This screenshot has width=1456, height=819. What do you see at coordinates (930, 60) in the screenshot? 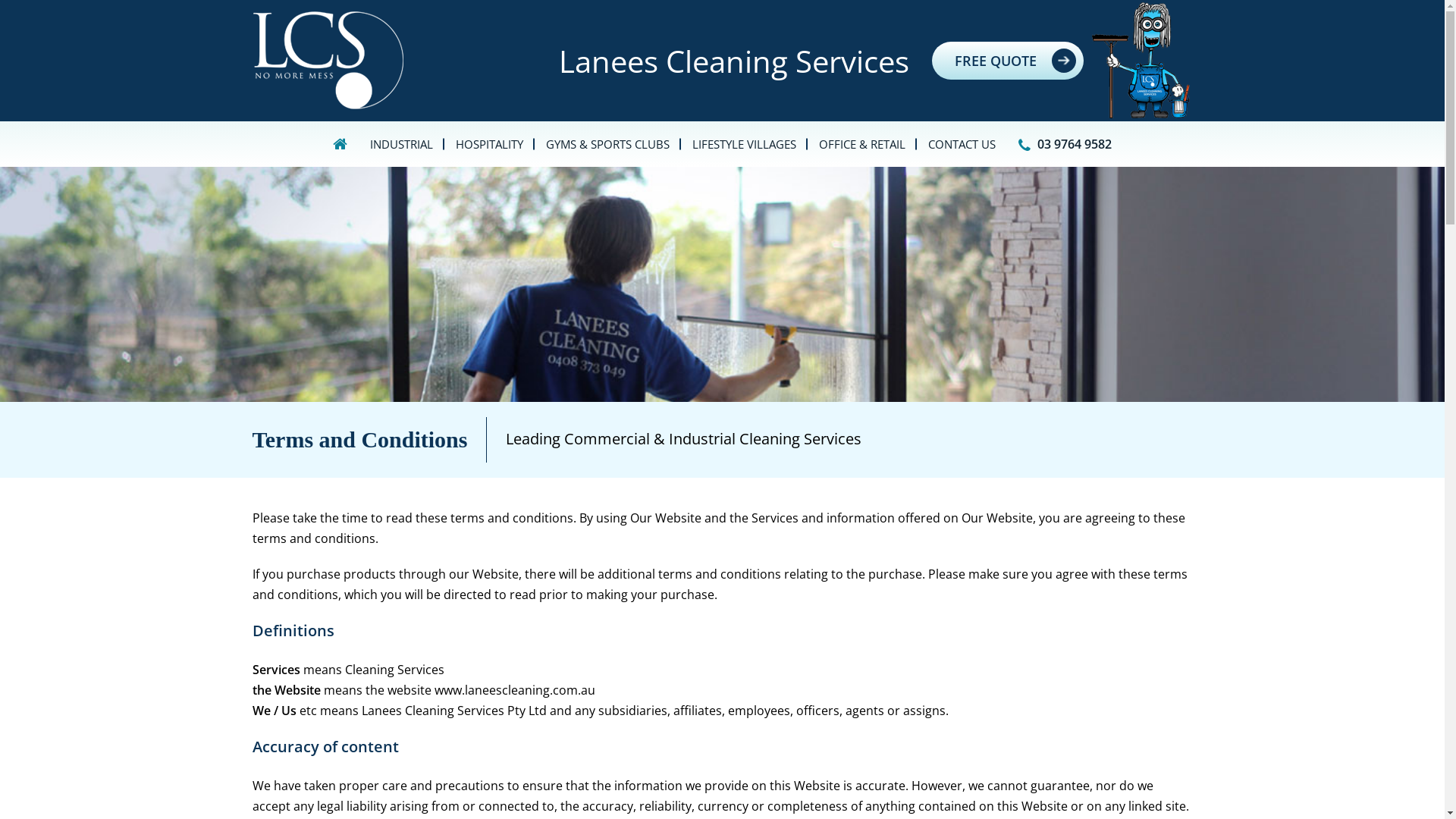
I see `'FREE QUOTE'` at bounding box center [930, 60].